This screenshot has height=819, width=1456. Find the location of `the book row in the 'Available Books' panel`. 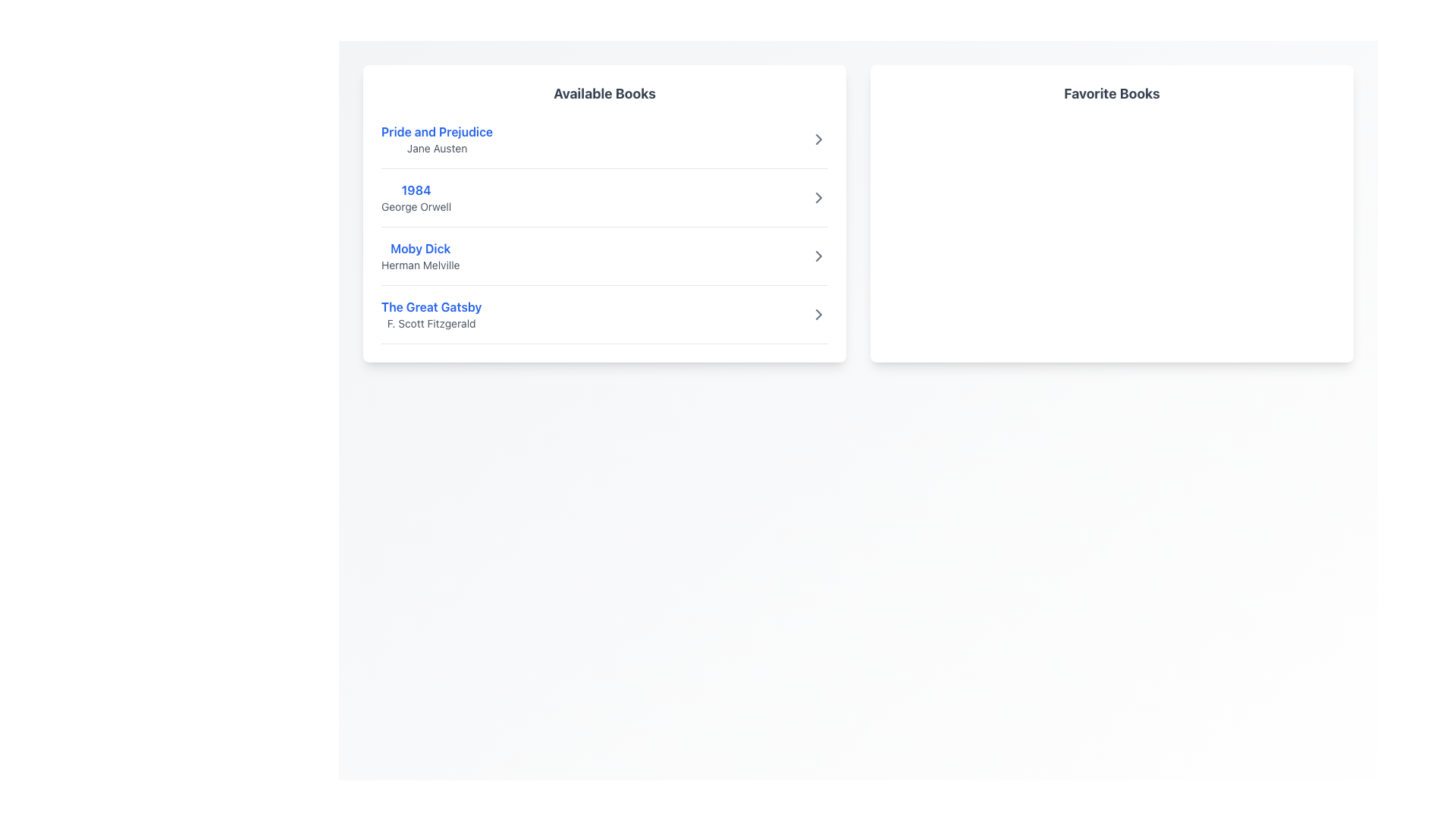

the book row in the 'Available Books' panel is located at coordinates (604, 213).